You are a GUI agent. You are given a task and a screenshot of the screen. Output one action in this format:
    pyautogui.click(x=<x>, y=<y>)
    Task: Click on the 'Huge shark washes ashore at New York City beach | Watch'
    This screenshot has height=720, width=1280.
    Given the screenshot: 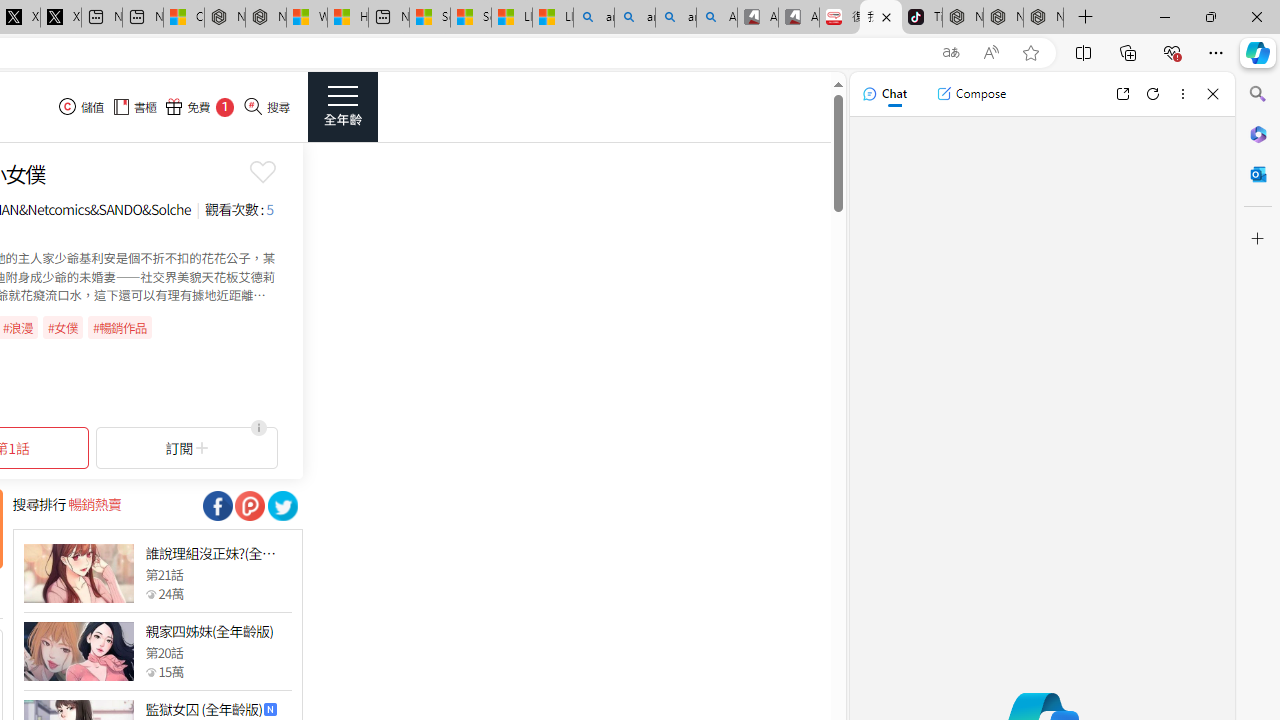 What is the action you would take?
    pyautogui.click(x=348, y=17)
    